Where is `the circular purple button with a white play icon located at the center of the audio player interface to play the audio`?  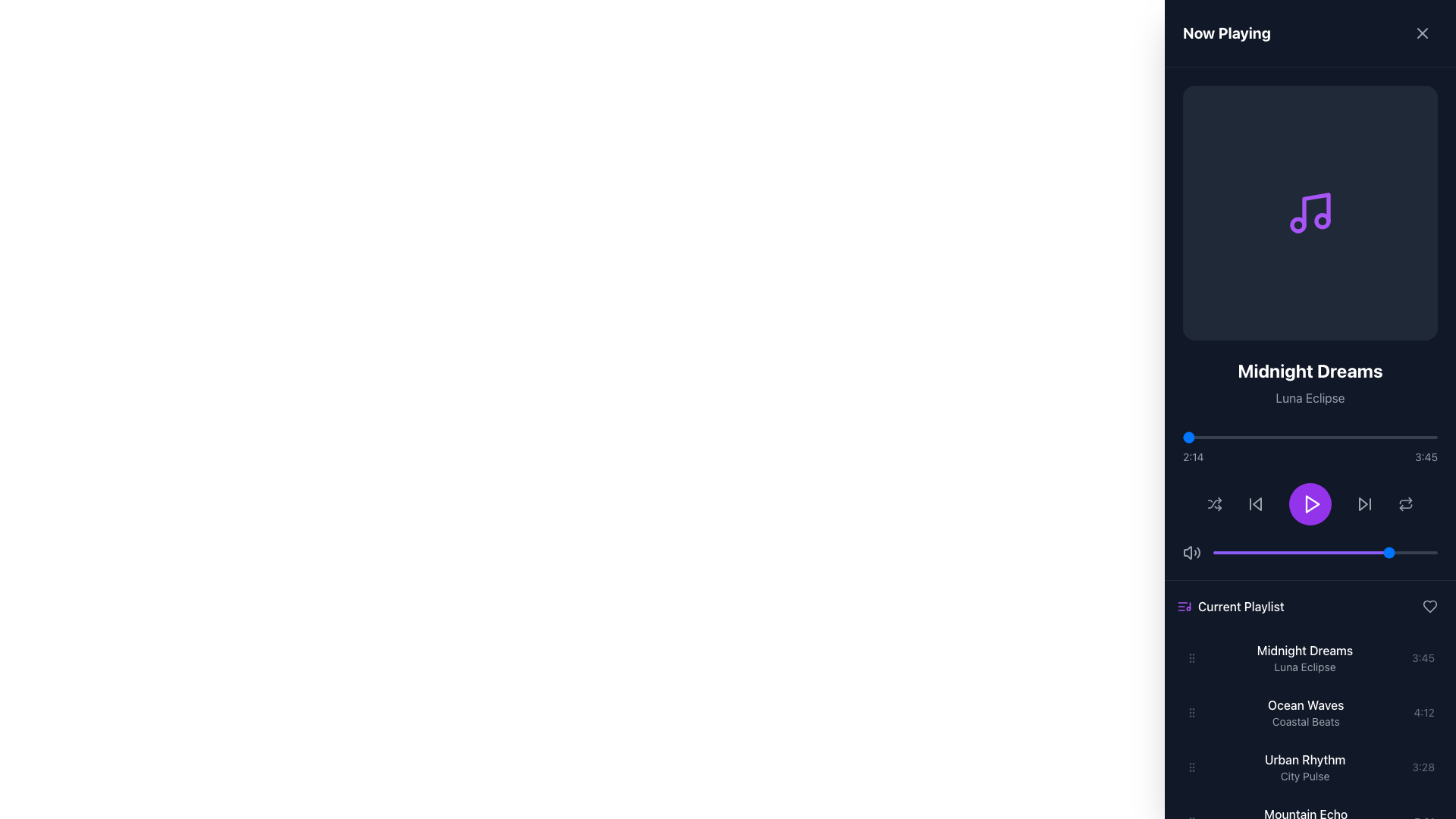
the circular purple button with a white play icon located at the center of the audio player interface to play the audio is located at coordinates (1310, 504).